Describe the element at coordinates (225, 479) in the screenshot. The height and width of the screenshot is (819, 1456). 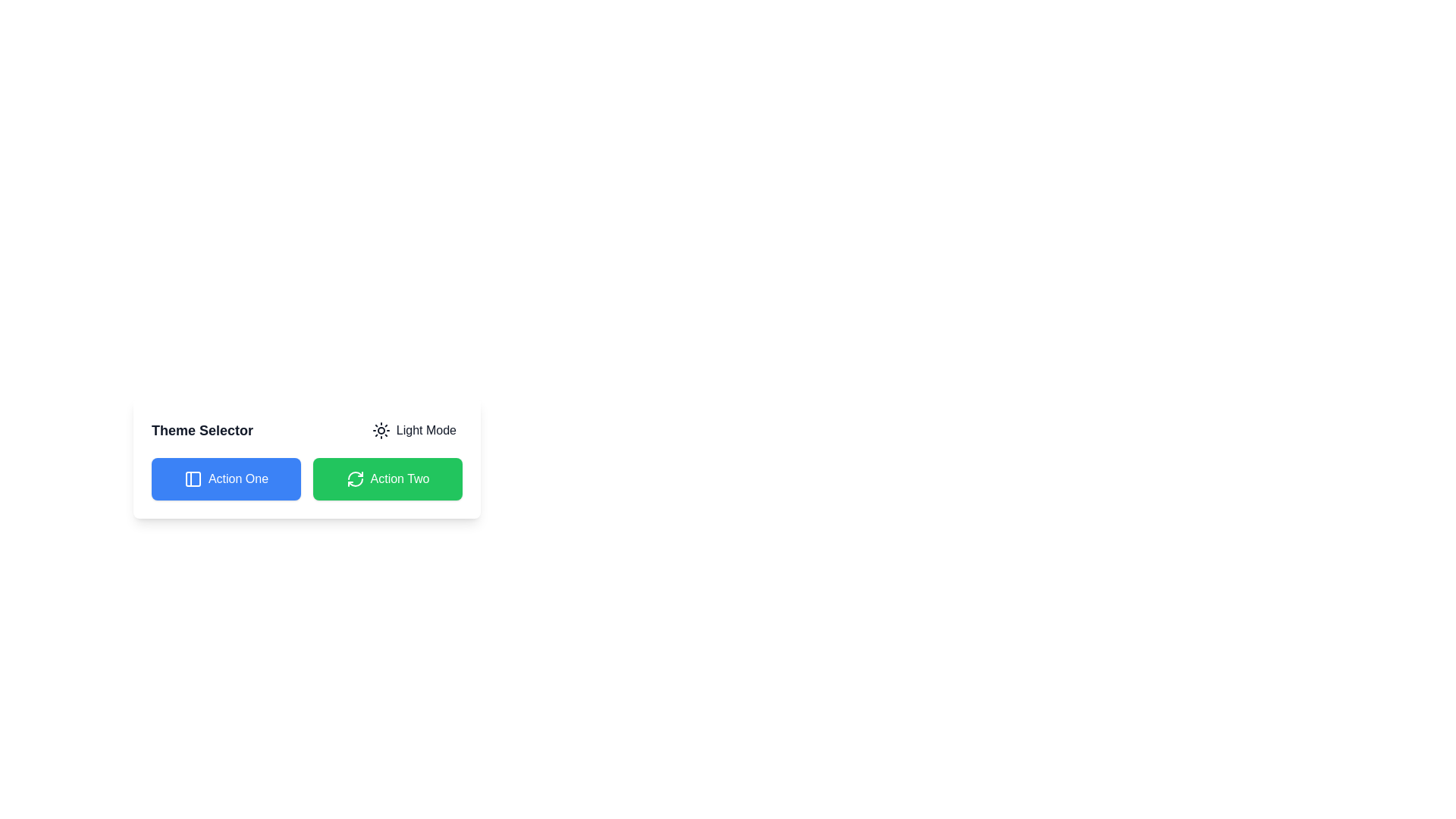
I see `the blue button labeled 'Action One'` at that location.